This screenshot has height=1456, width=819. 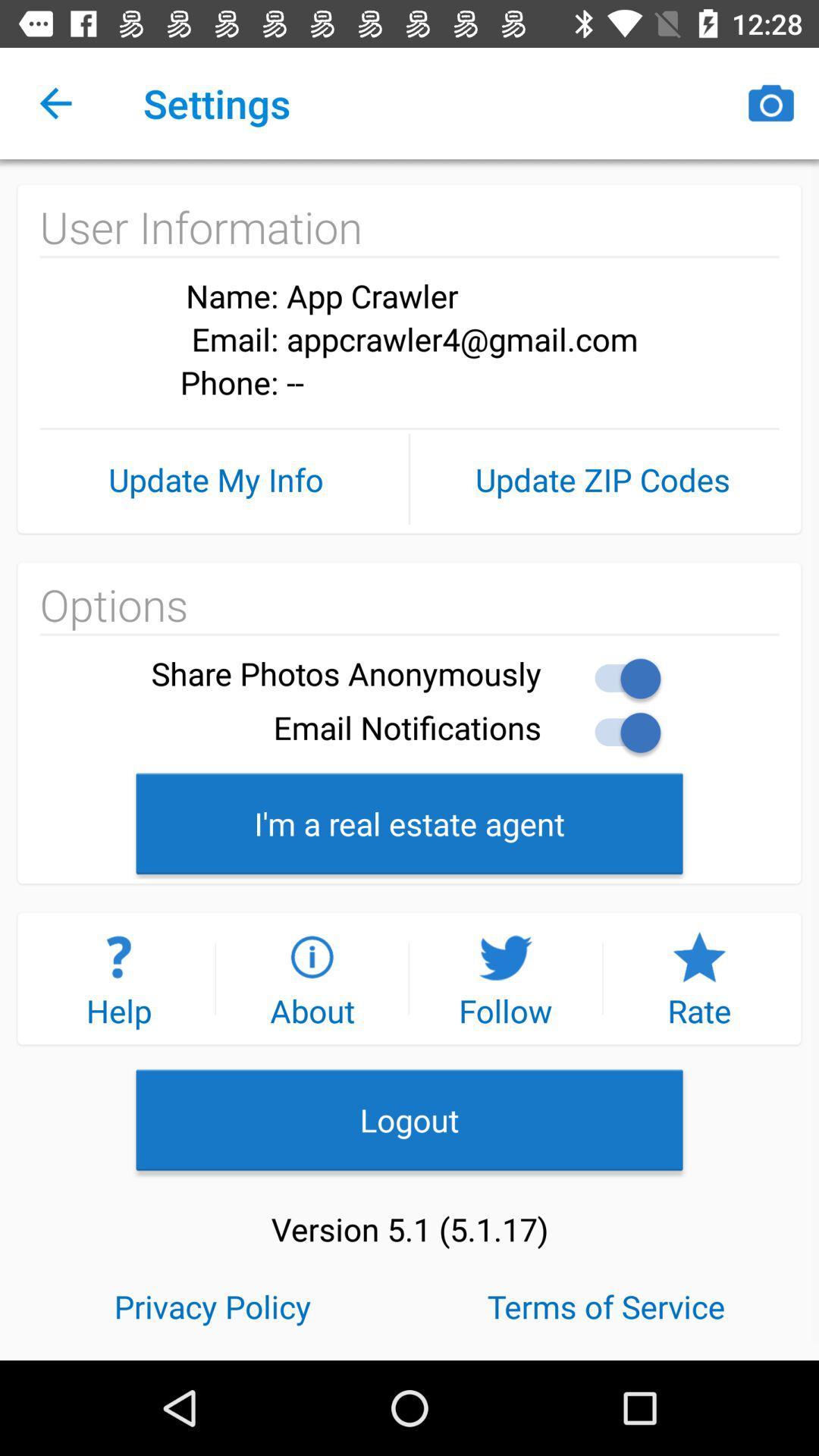 I want to click on the logout item, so click(x=409, y=1119).